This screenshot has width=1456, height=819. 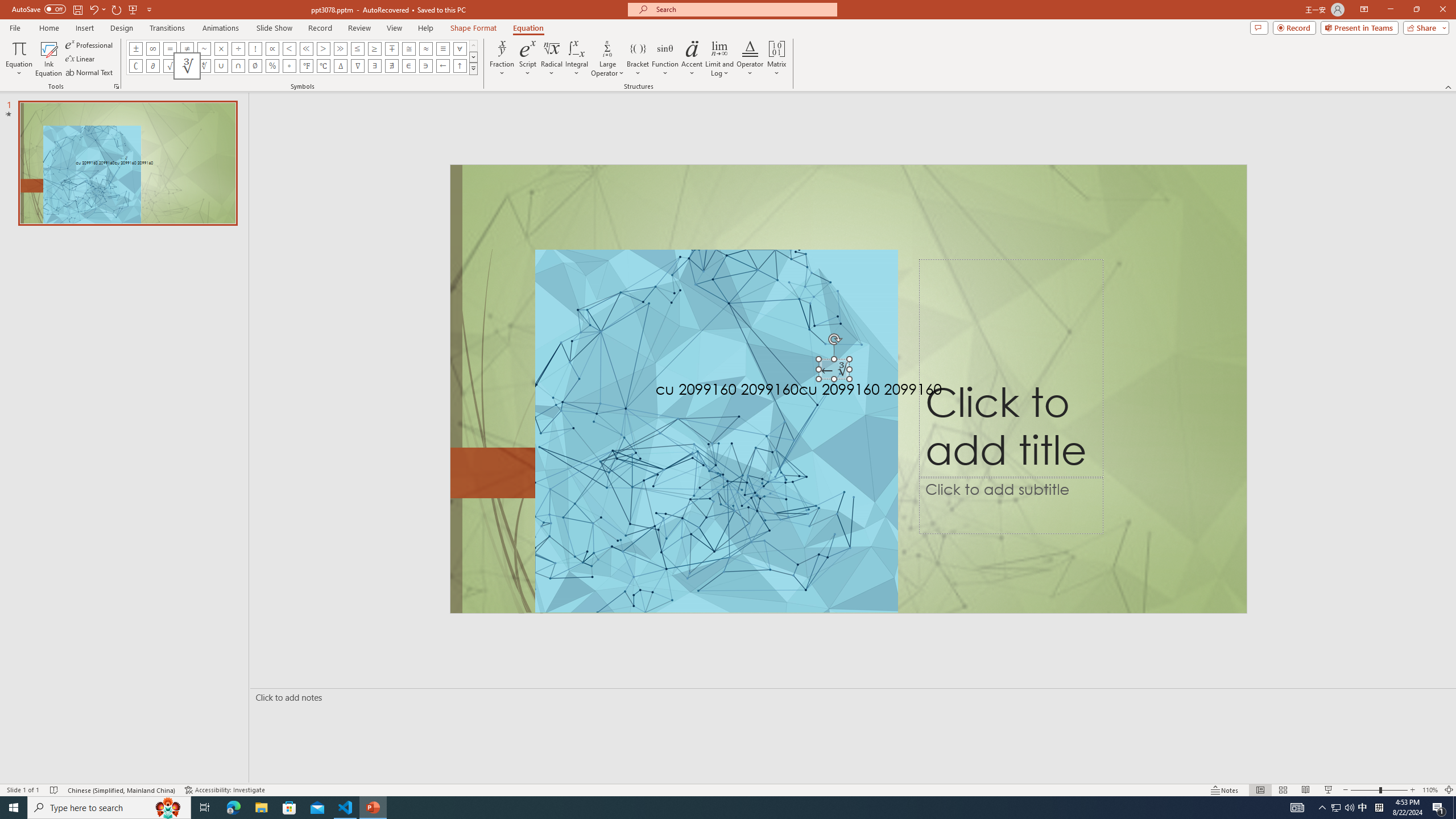 I want to click on 'Equation Symbol Intersection', so click(x=238, y=65).